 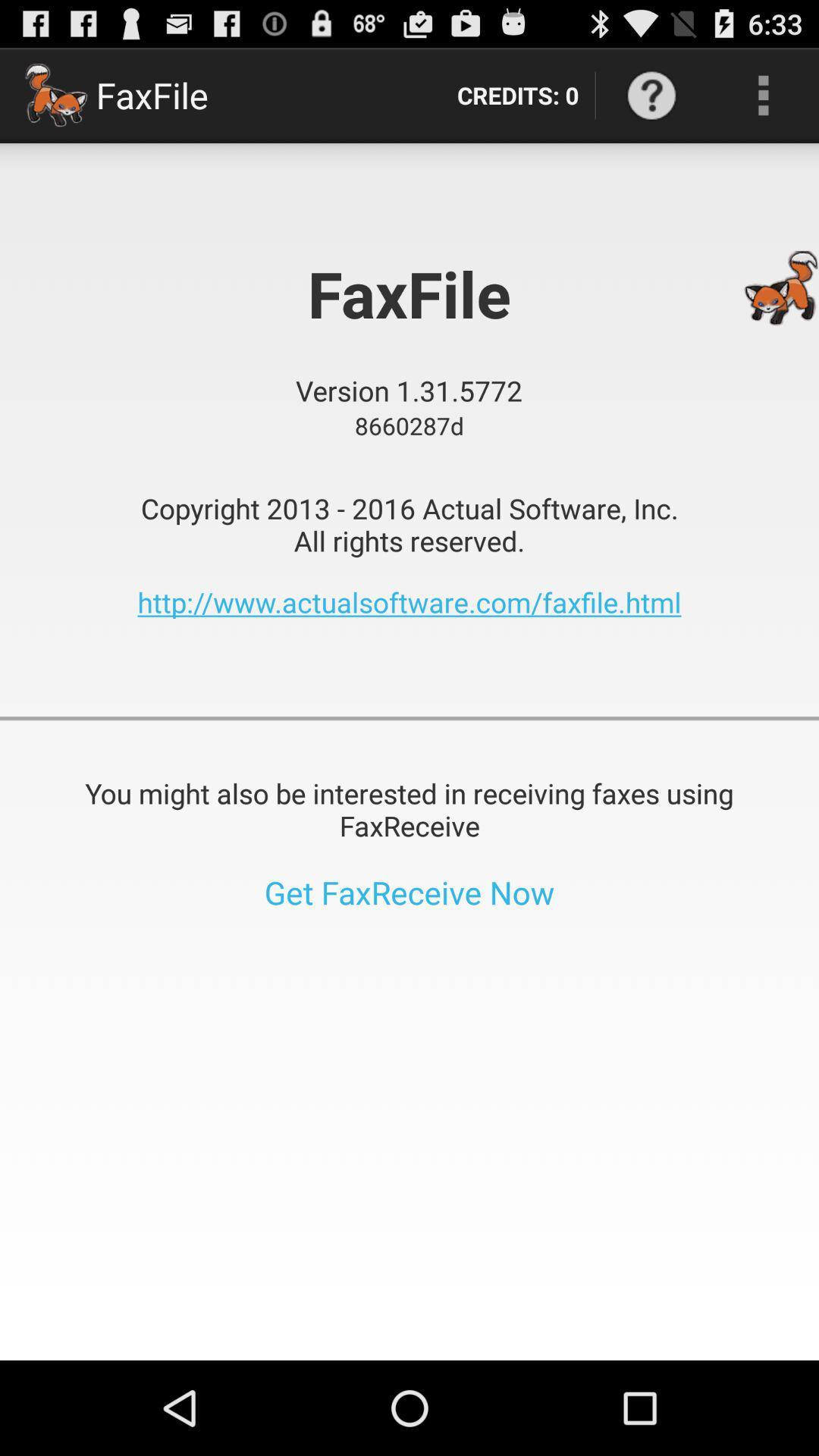 I want to click on credits: 0, so click(x=517, y=94).